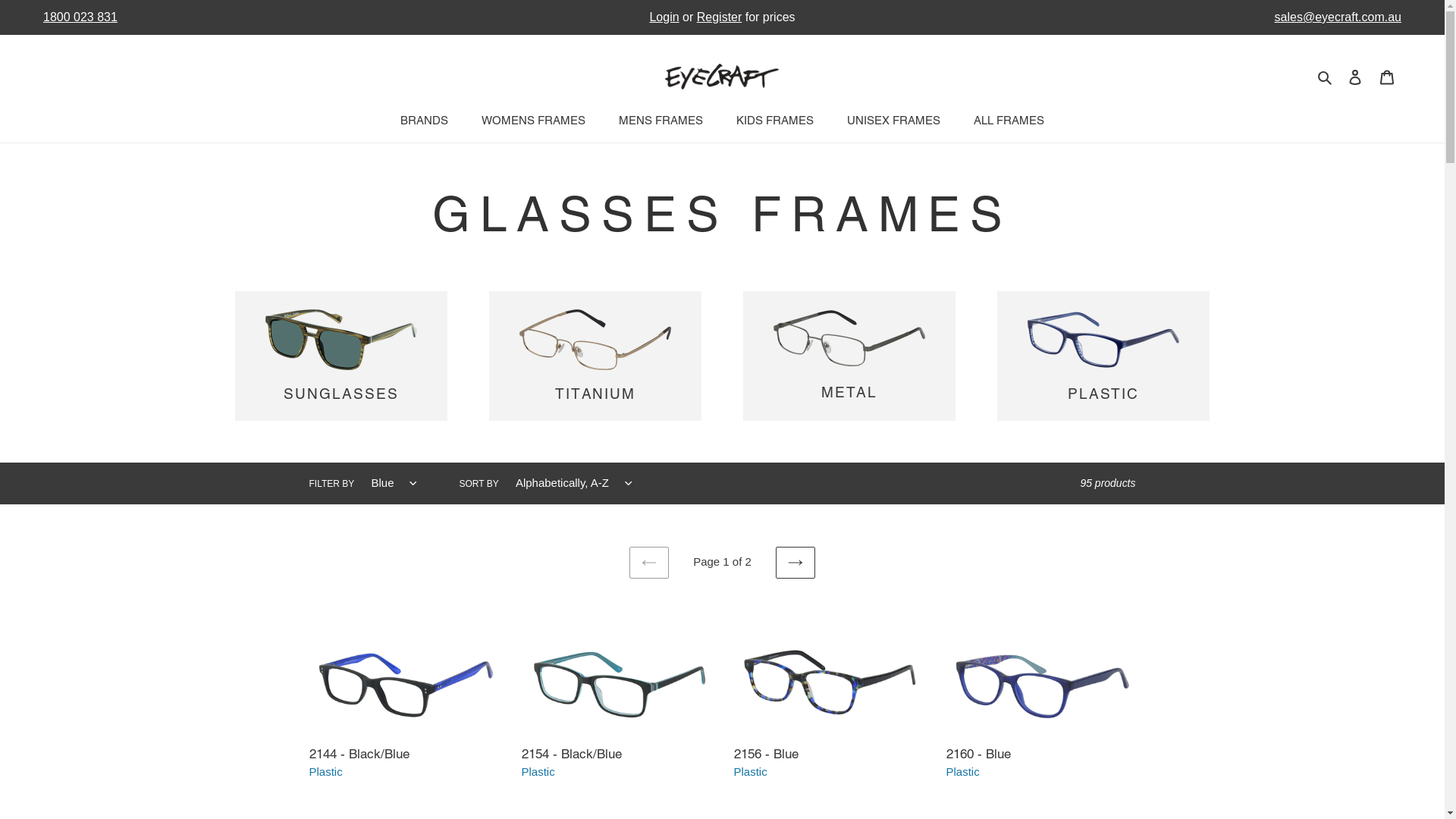  I want to click on 'KIDS FRAMES', so click(720, 121).